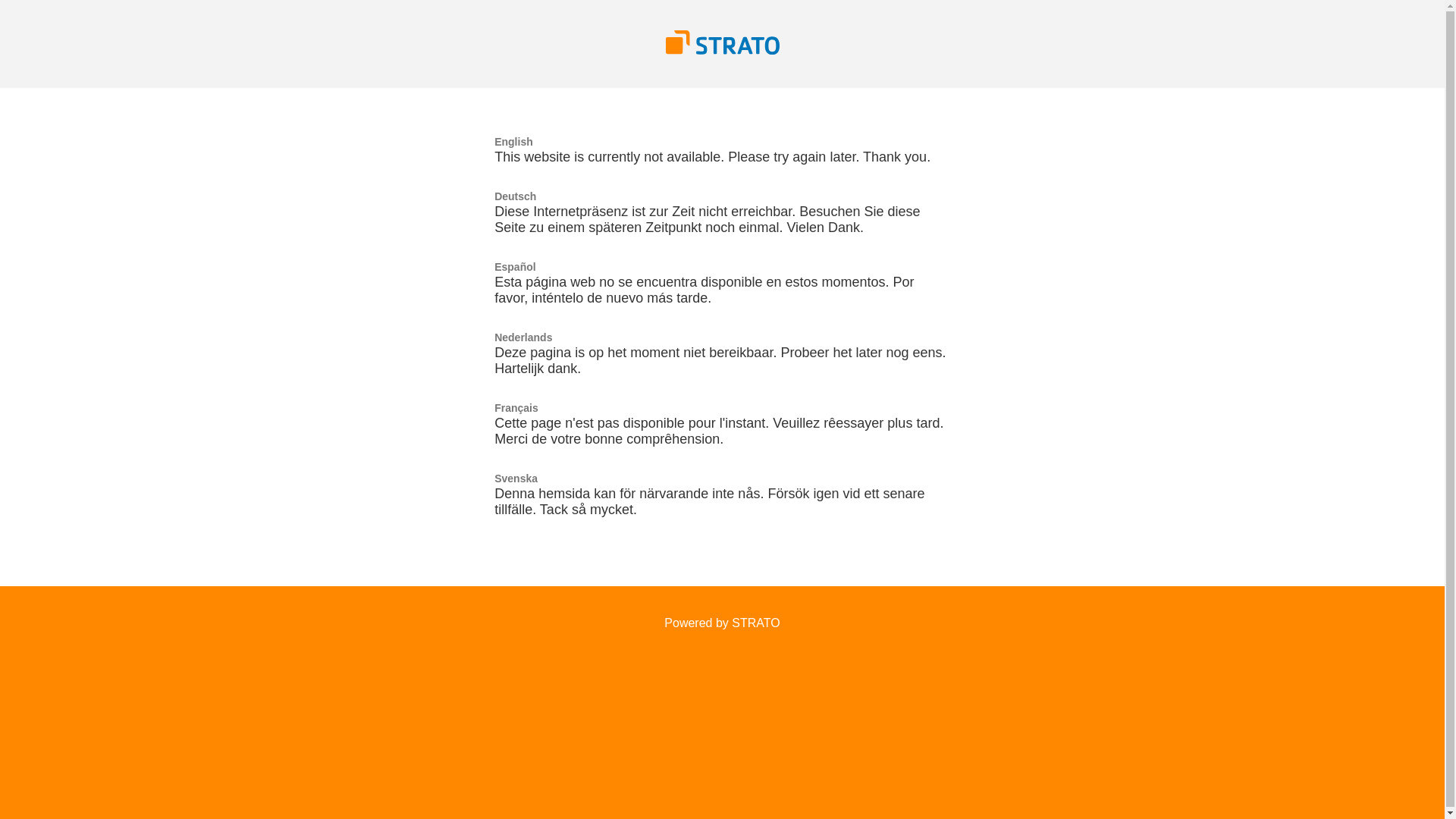 The height and width of the screenshot is (819, 1456). Describe the element at coordinates (720, 623) in the screenshot. I see `'Powered by STRATO'` at that location.